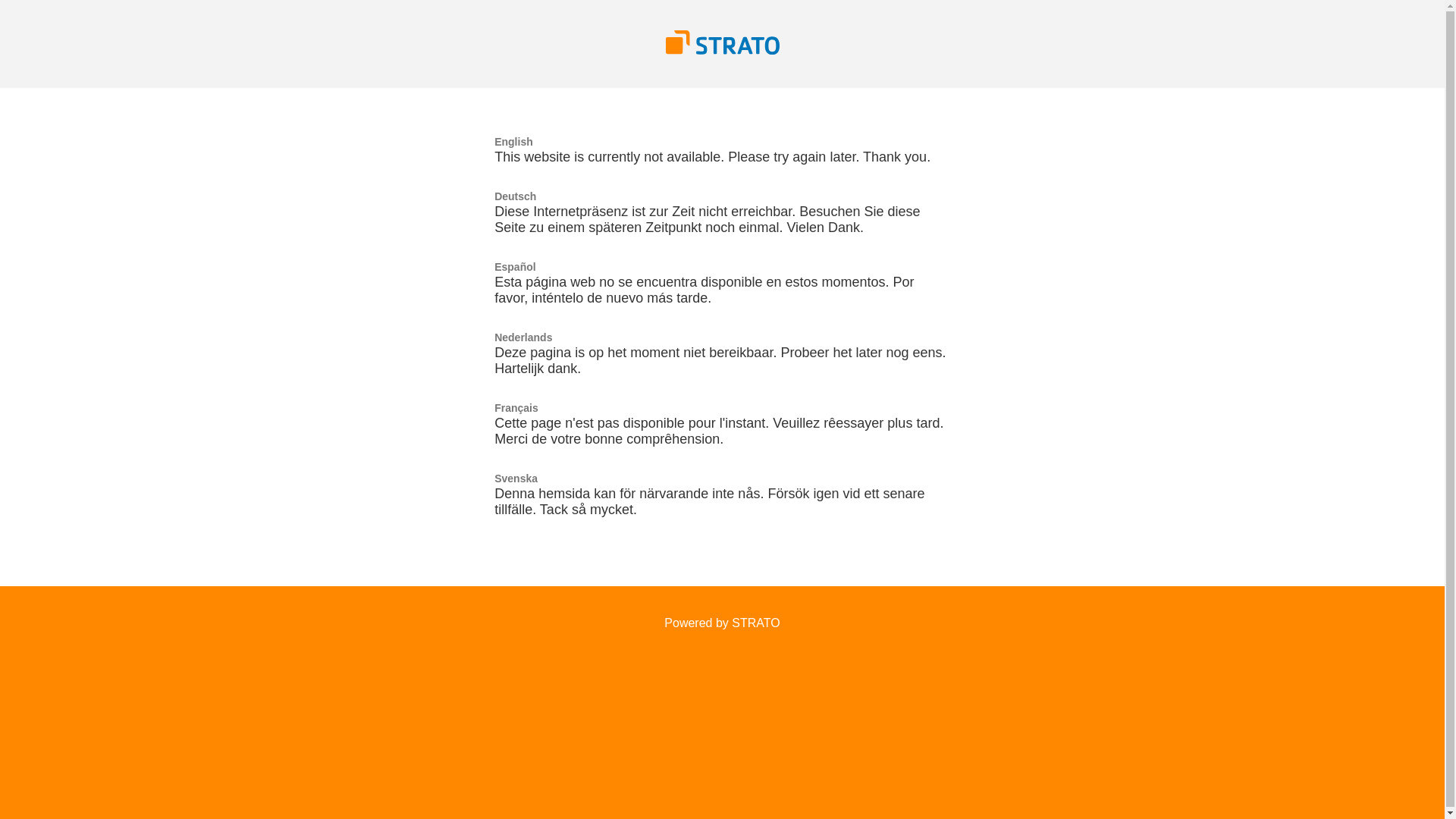 The height and width of the screenshot is (819, 1456). Describe the element at coordinates (720, 623) in the screenshot. I see `'Powered by STRATO'` at that location.